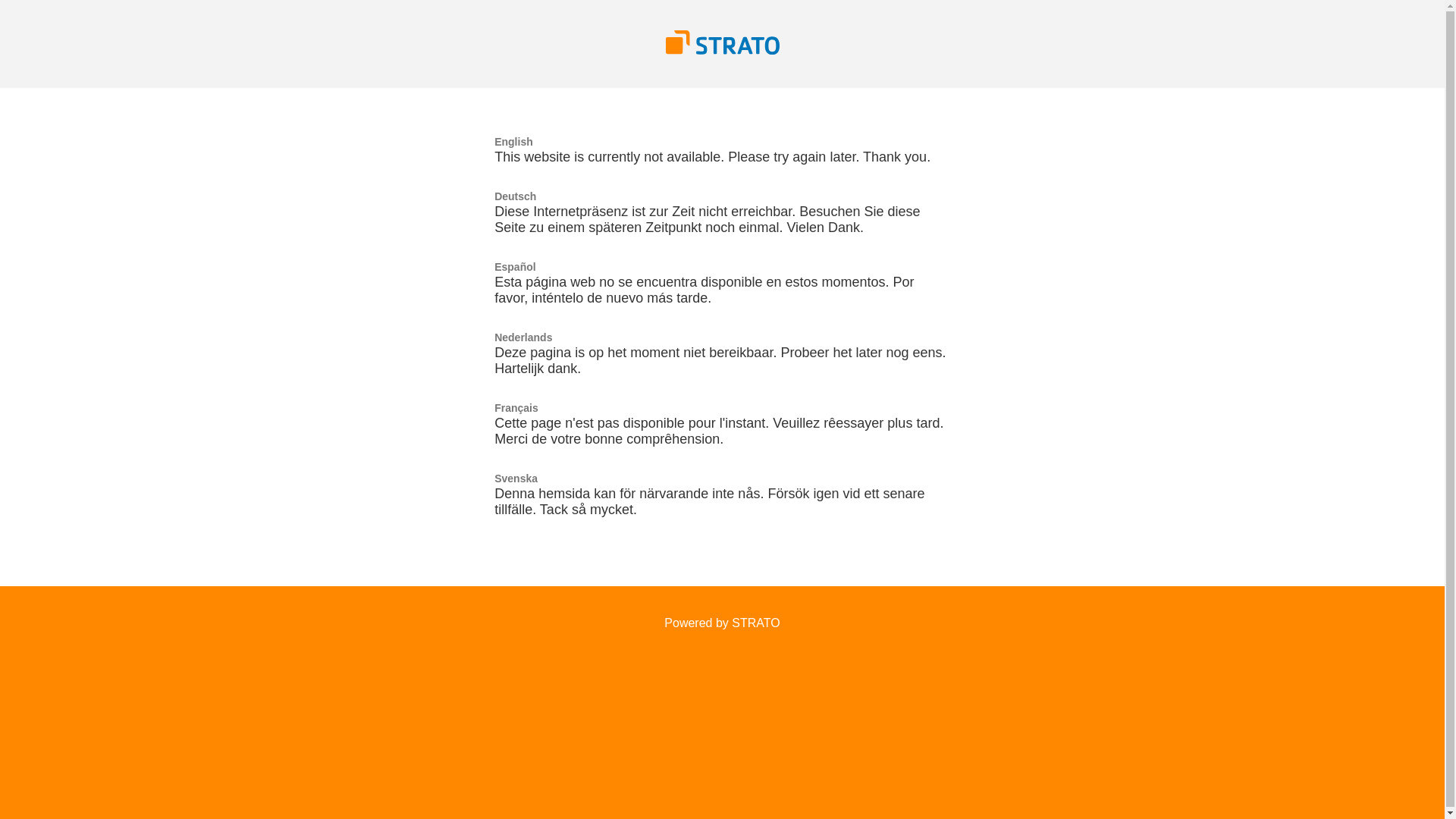 The height and width of the screenshot is (819, 1456). Describe the element at coordinates (720, 623) in the screenshot. I see `'Powered by STRATO'` at that location.